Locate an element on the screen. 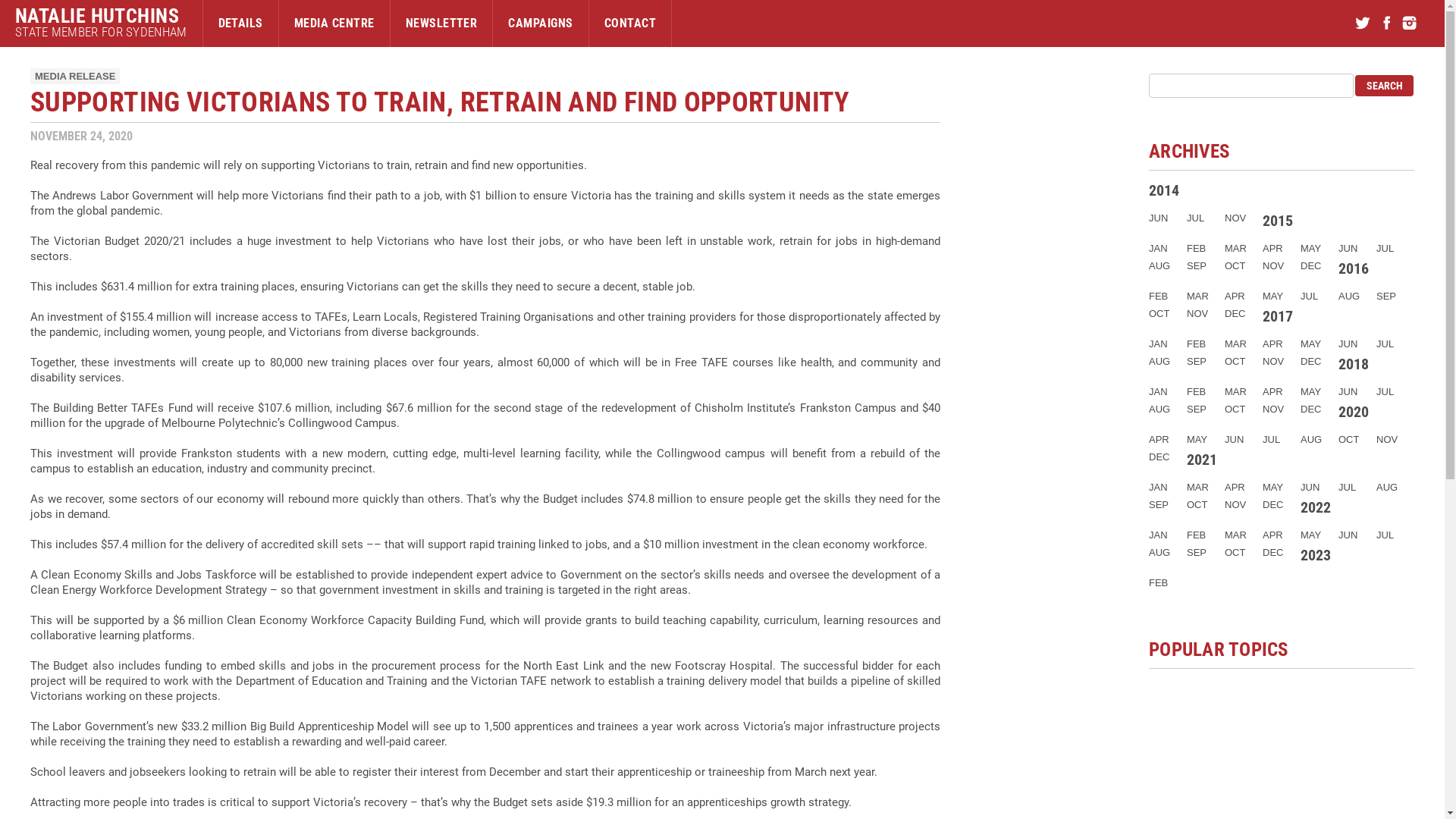 The width and height of the screenshot is (1456, 819). '2018' is located at coordinates (1354, 363).